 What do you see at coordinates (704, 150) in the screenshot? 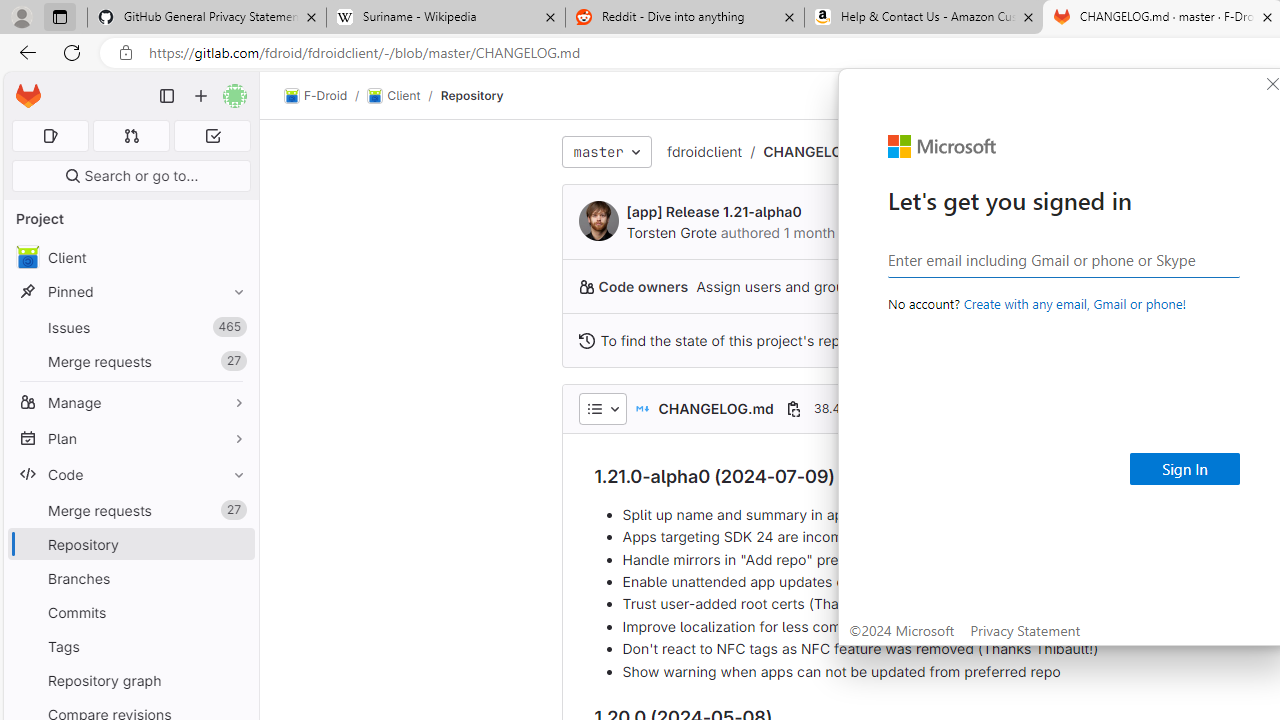
I see `'fdroidclient'` at bounding box center [704, 150].